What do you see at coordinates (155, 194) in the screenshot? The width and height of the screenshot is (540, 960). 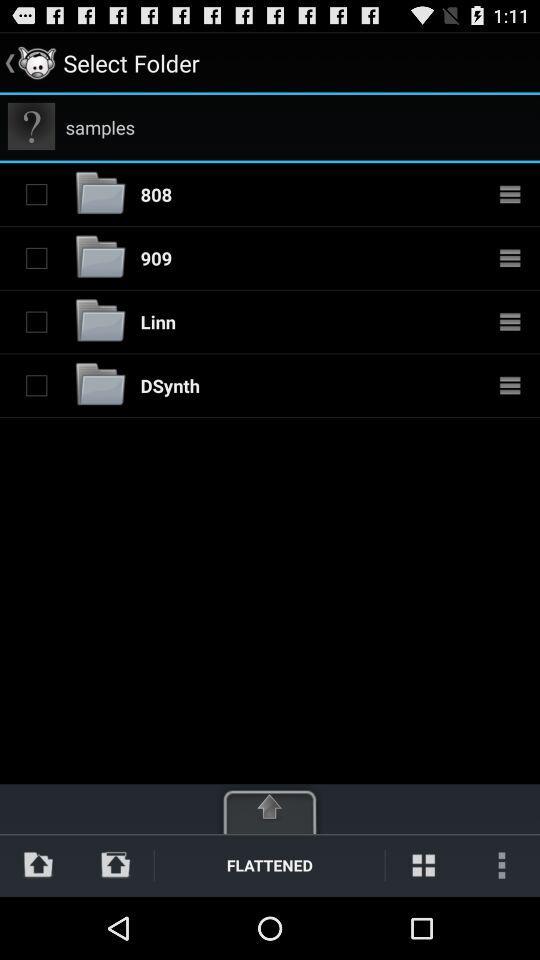 I see `the app above the 909` at bounding box center [155, 194].